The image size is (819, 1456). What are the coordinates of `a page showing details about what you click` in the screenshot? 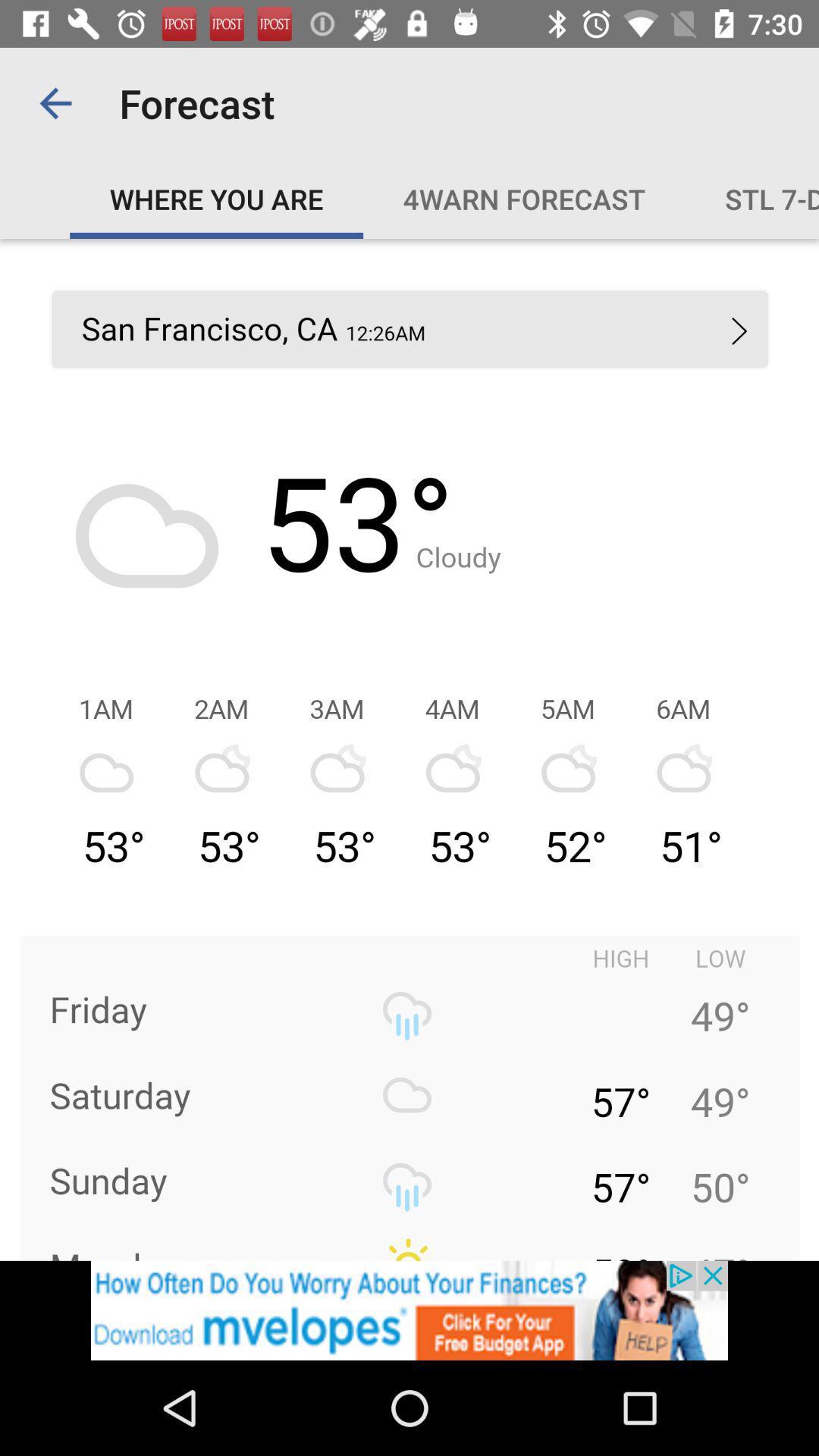 It's located at (409, 749).